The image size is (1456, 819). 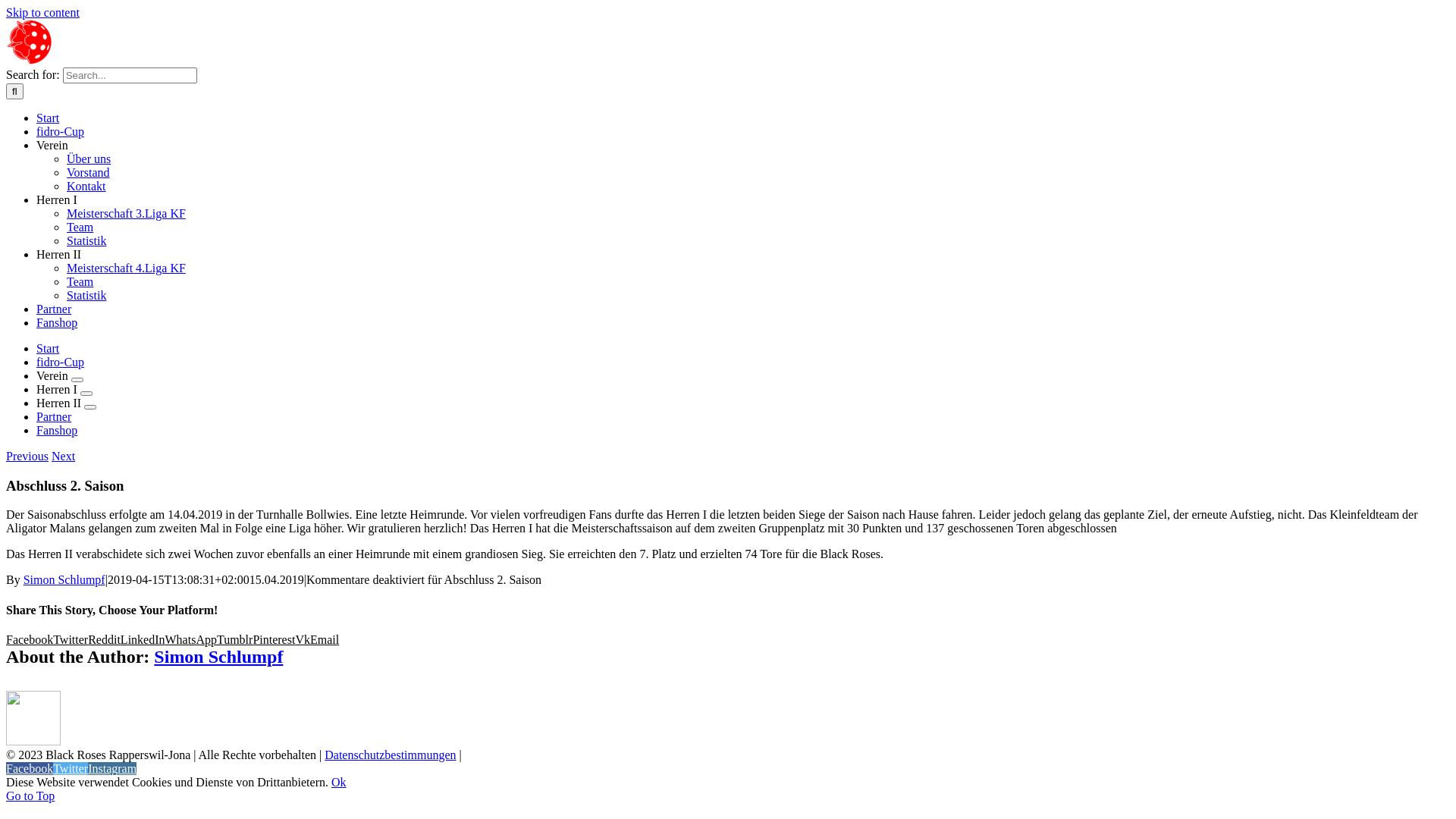 I want to click on 'Vk', so click(x=302, y=639).